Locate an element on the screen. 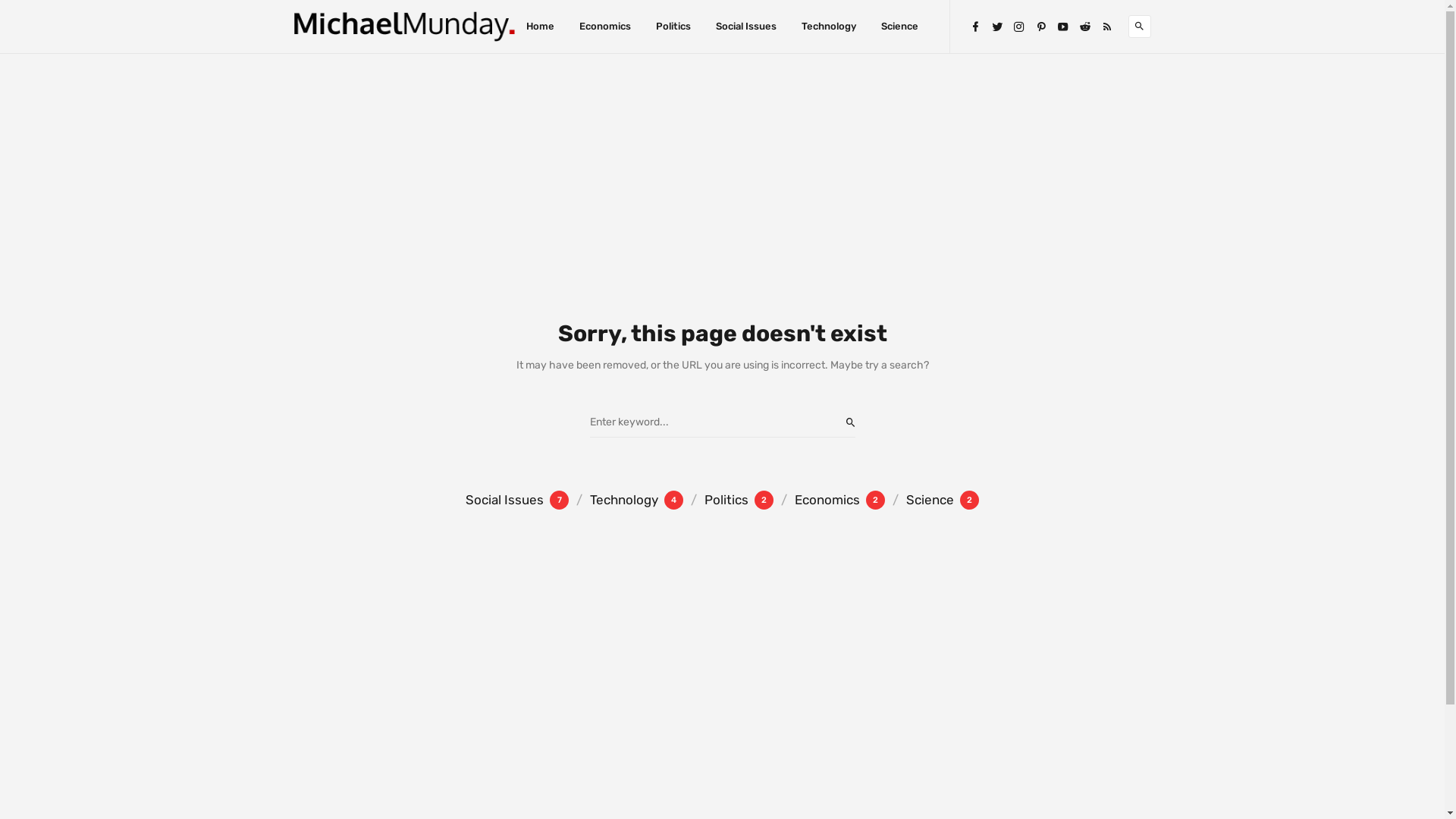 The height and width of the screenshot is (819, 1456). 'Politics is located at coordinates (728, 499).